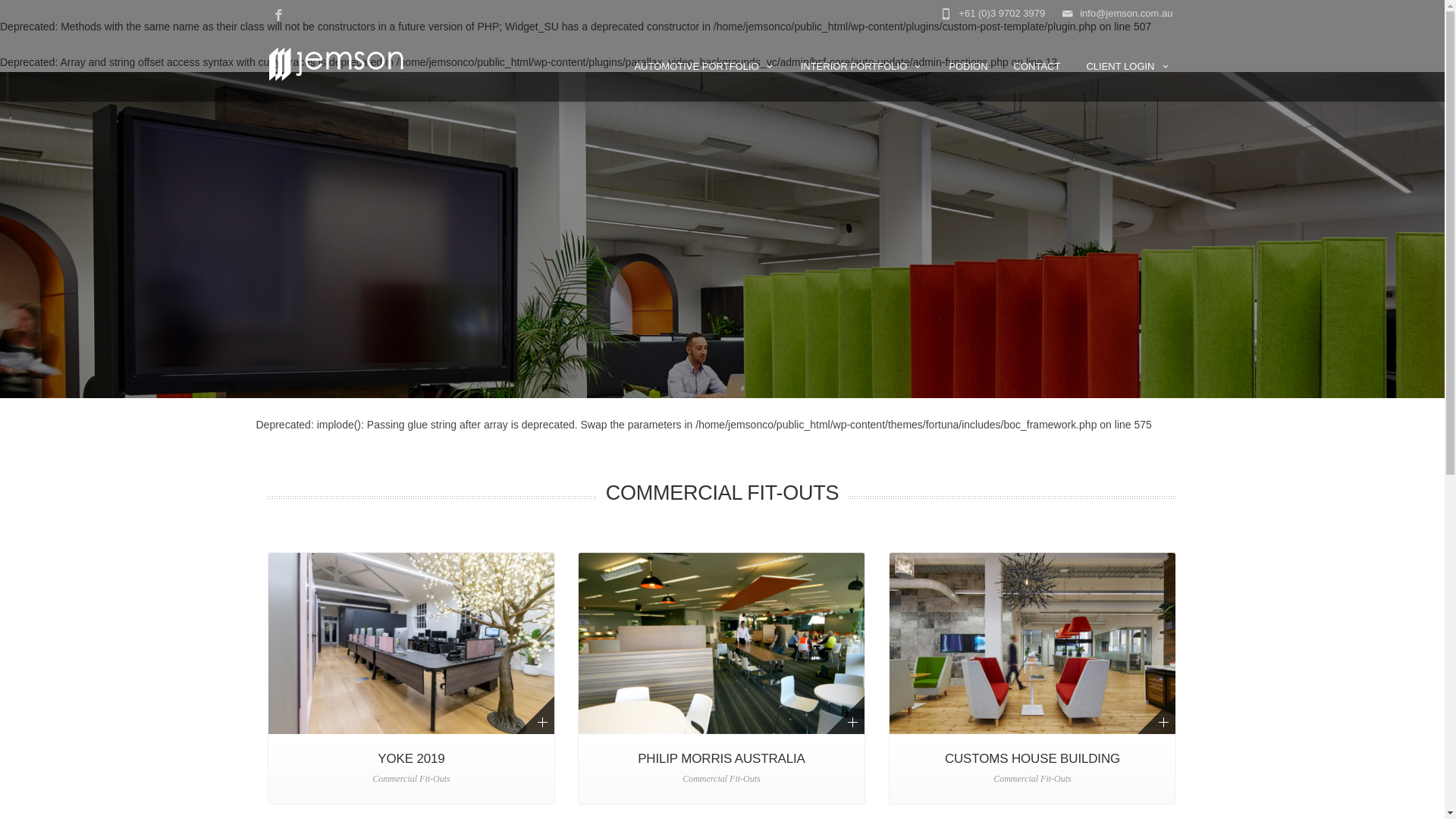  What do you see at coordinates (1032, 677) in the screenshot?
I see `'CUSTOMS HOUSE BUILDING` at bounding box center [1032, 677].